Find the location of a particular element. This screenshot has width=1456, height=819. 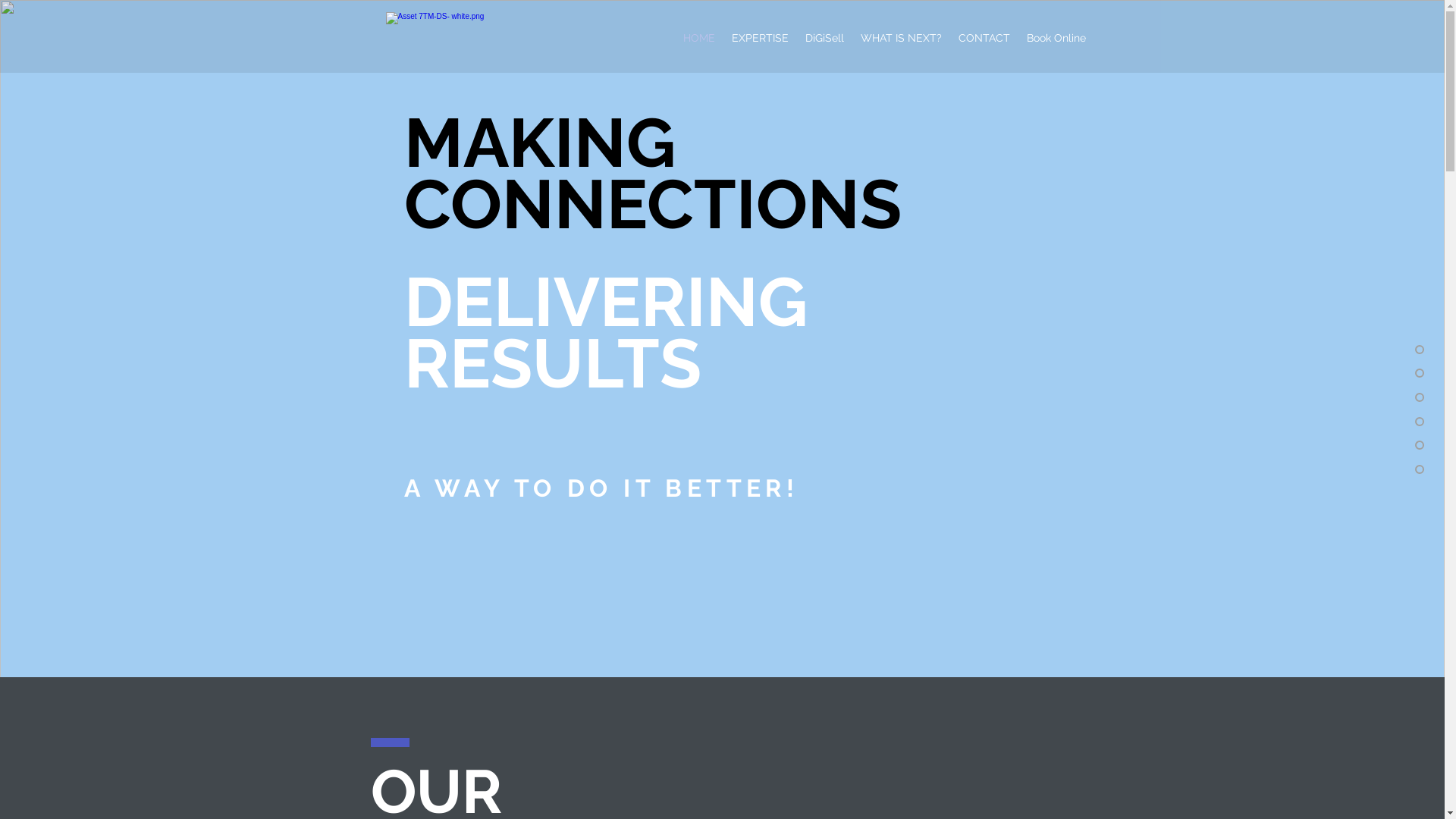

'DiGiSell' is located at coordinates (823, 37).